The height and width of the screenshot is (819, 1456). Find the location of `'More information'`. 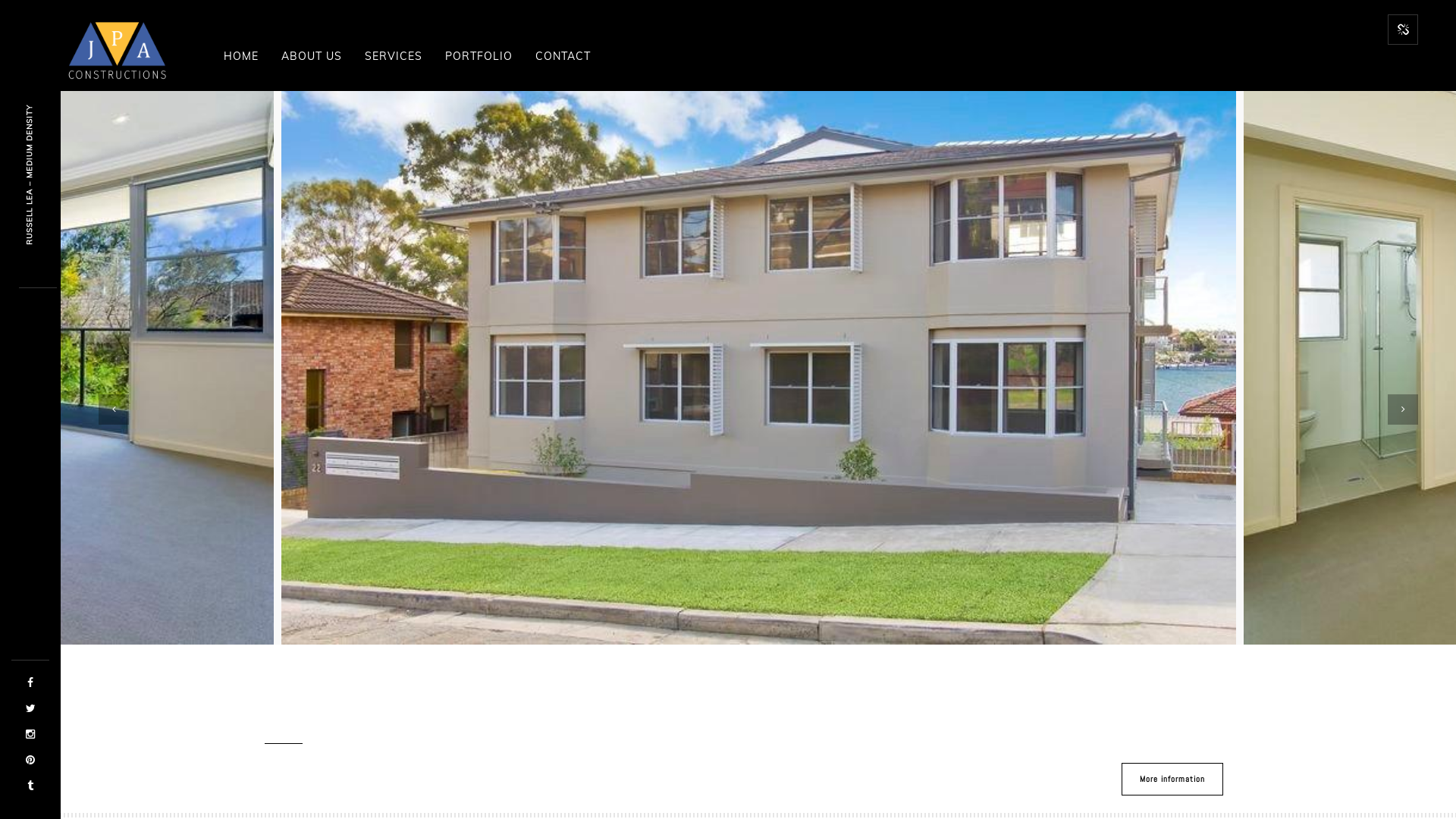

'More information' is located at coordinates (1171, 779).